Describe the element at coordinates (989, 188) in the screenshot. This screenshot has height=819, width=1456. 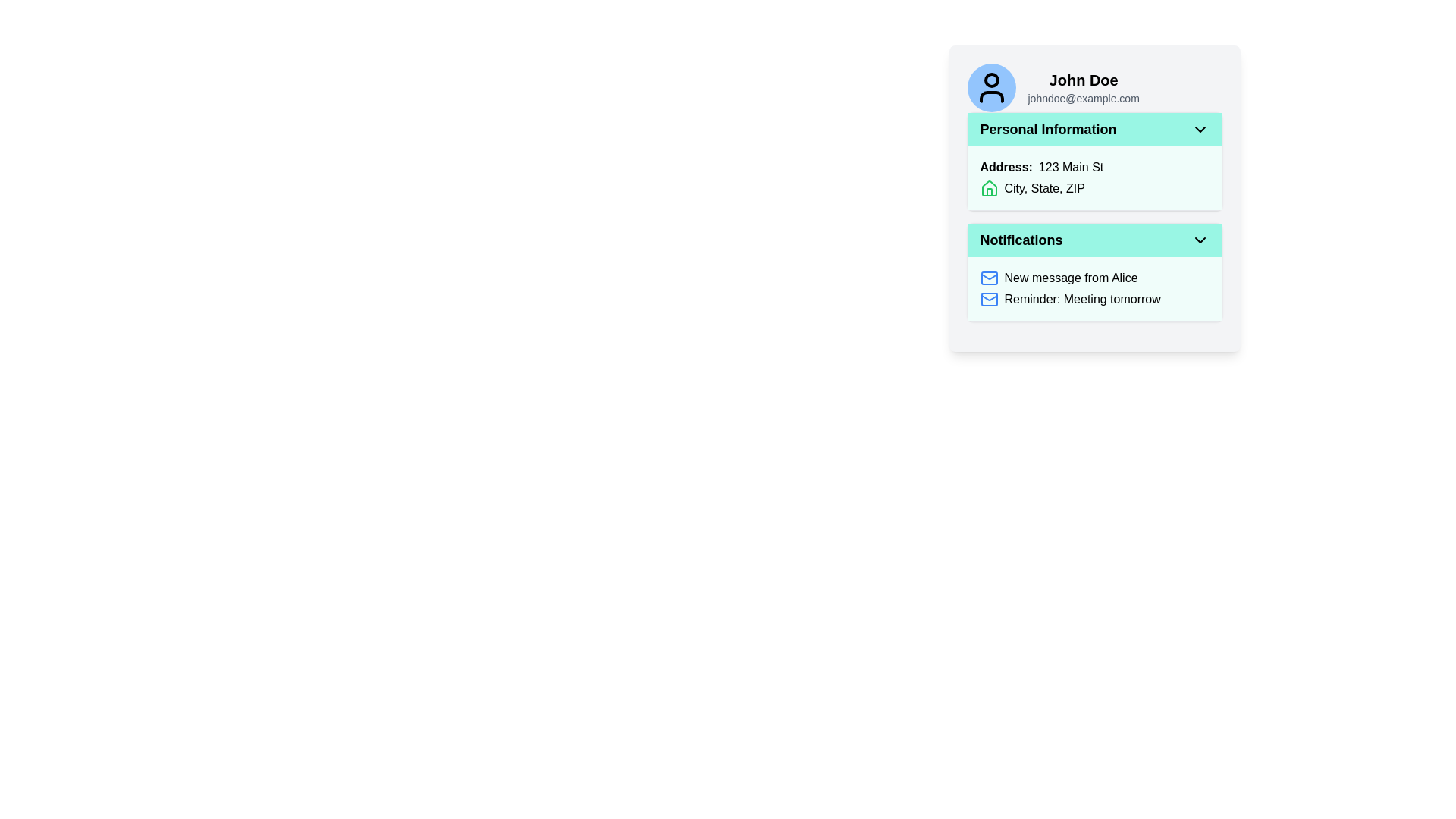
I see `the decorative 'Home' icon located to the left of the address text 'City, State, ZIP'` at that location.